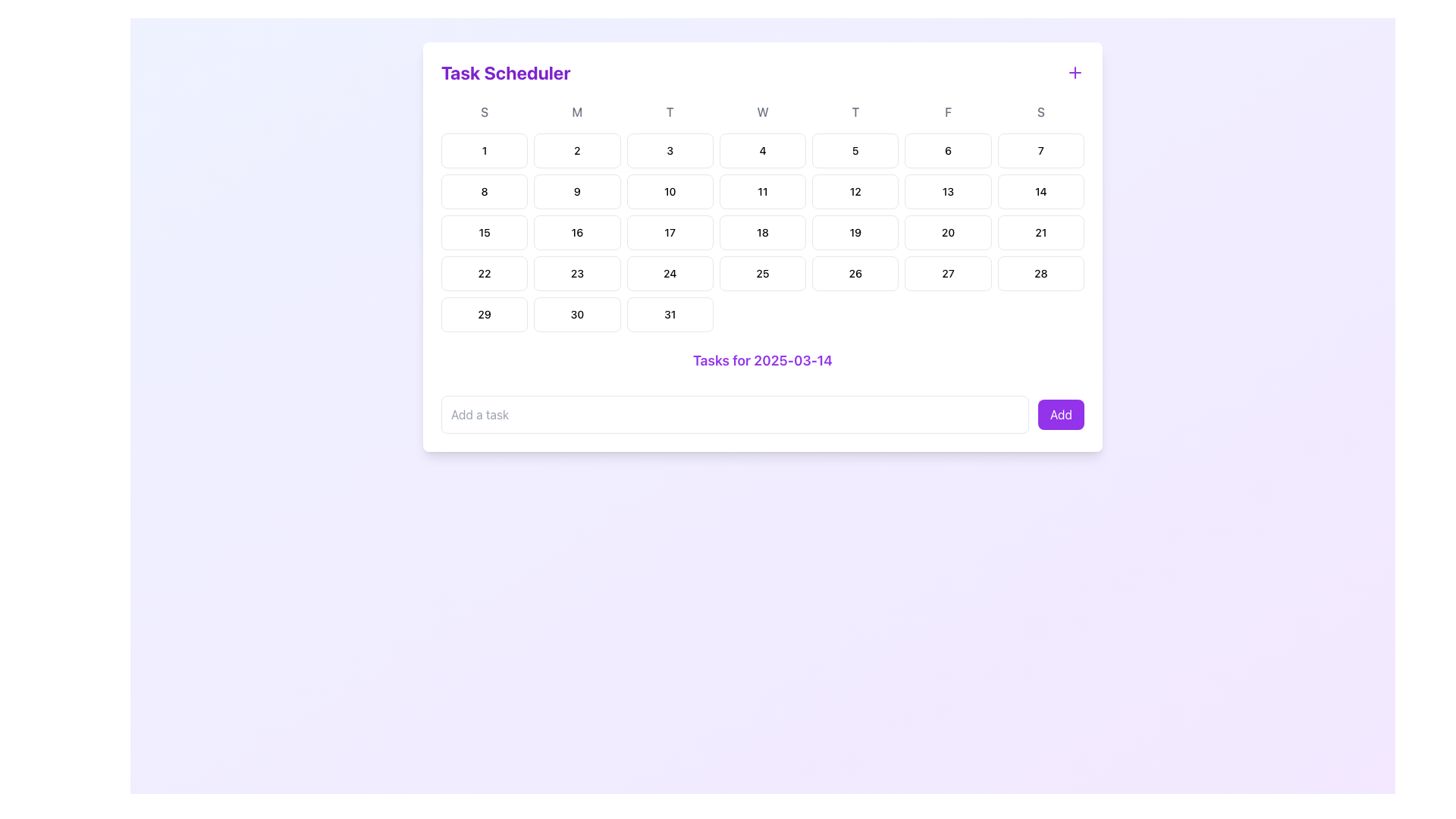 Image resolution: width=1456 pixels, height=819 pixels. I want to click on the action button located at the bottom-right corner of the task scheduler interface, so click(1060, 415).